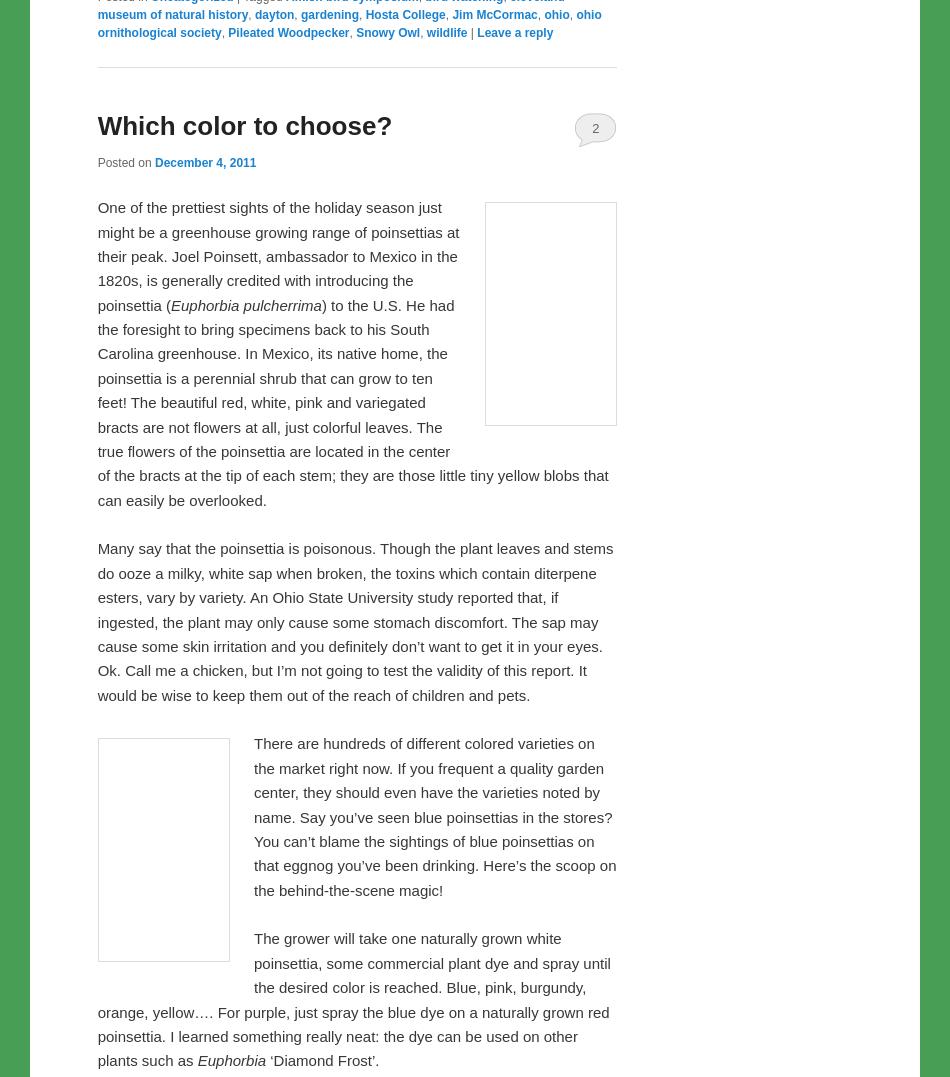 Image resolution: width=950 pixels, height=1077 pixels. I want to click on 'Hosta College', so click(403, 433).